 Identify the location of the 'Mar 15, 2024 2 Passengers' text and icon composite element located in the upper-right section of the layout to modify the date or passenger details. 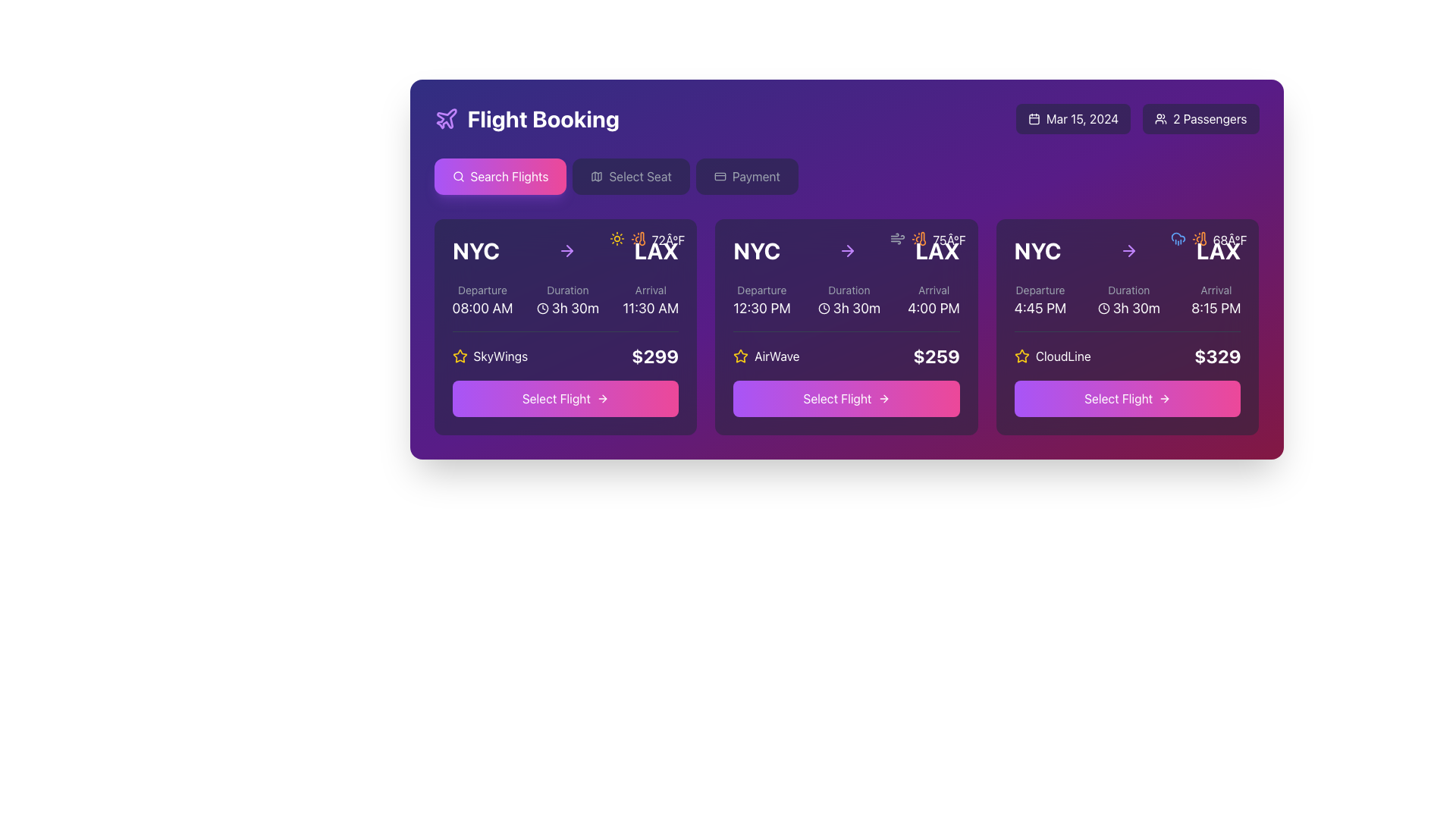
(1137, 118).